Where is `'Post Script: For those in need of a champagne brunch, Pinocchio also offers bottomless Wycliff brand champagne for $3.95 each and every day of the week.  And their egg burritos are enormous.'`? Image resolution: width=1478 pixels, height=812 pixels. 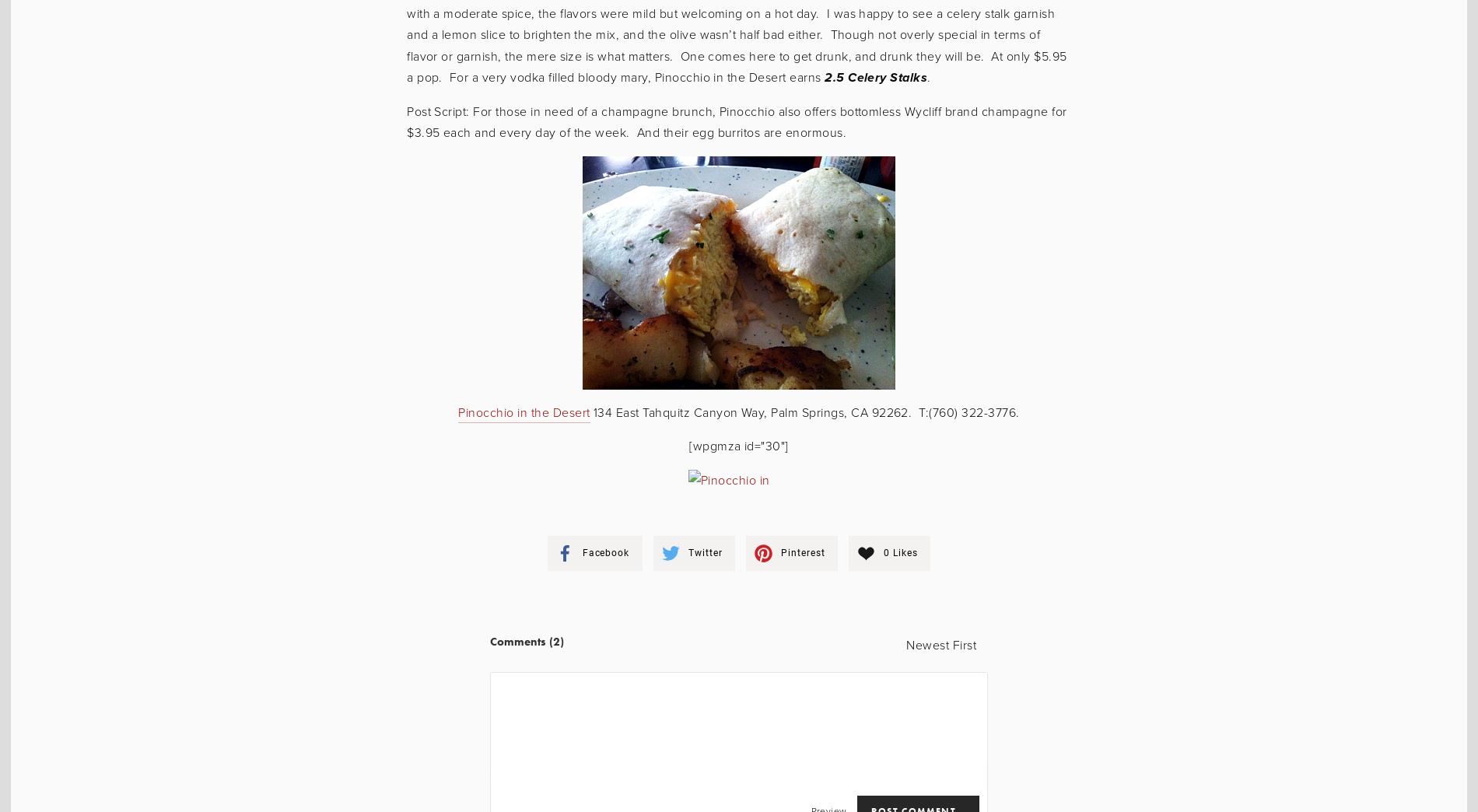
'Post Script: For those in need of a champagne brunch, Pinocchio also offers bottomless Wycliff brand champagne for $3.95 each and every day of the week.  And their egg burritos are enormous.' is located at coordinates (735, 121).